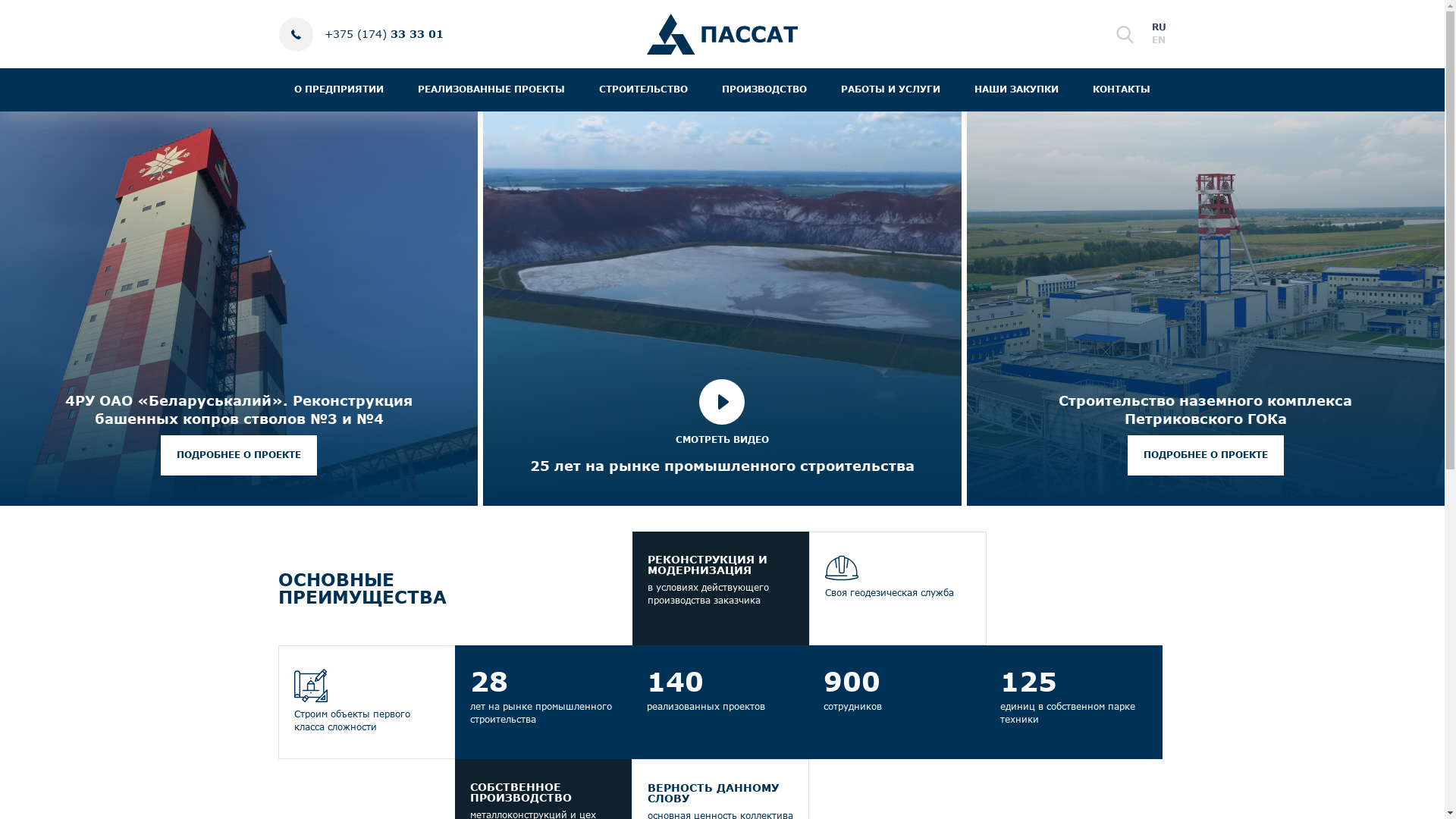  I want to click on 'passatltd.by', so click(645, 34).